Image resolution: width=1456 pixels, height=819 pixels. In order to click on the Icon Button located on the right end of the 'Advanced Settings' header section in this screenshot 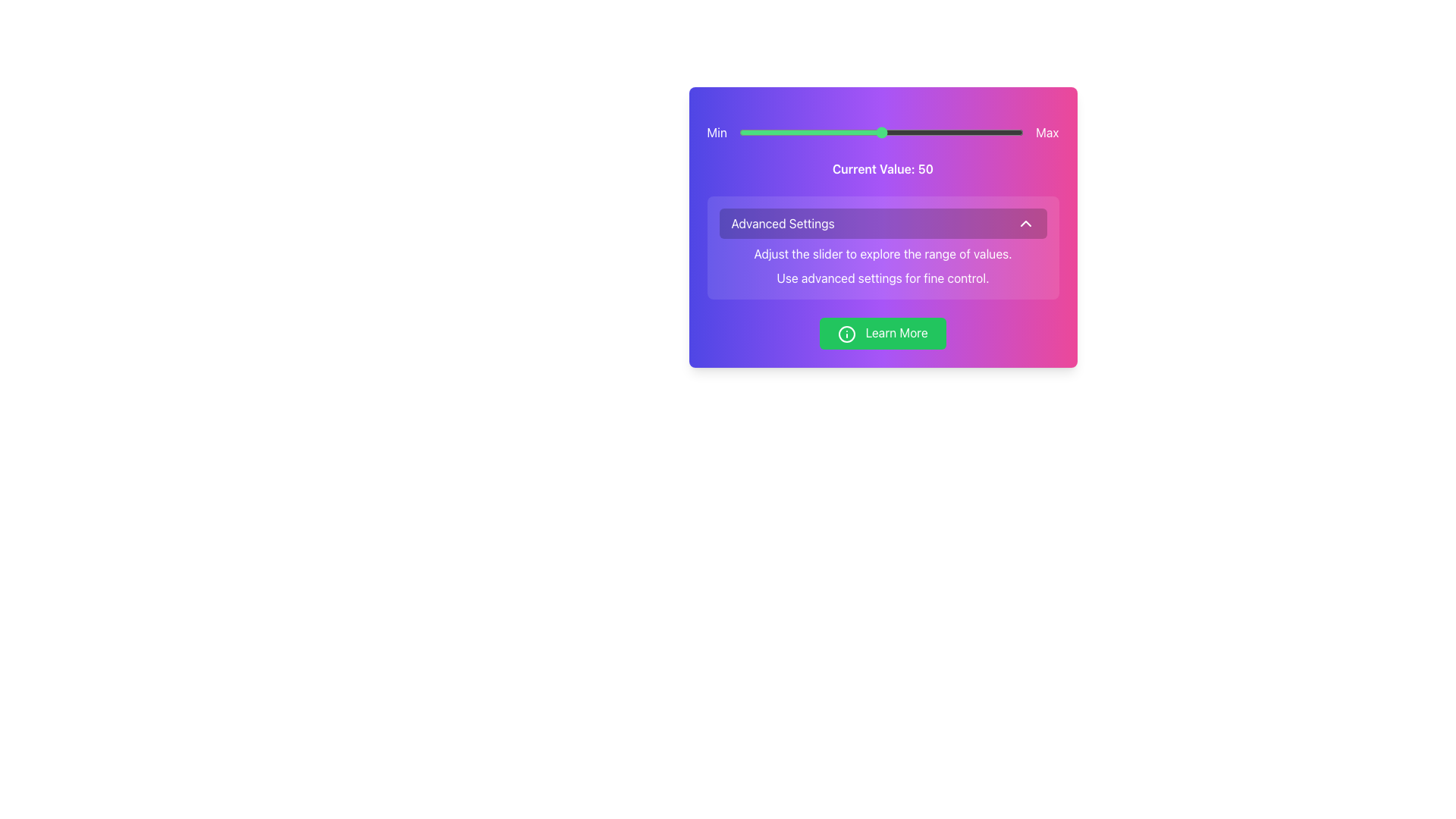, I will do `click(1025, 223)`.